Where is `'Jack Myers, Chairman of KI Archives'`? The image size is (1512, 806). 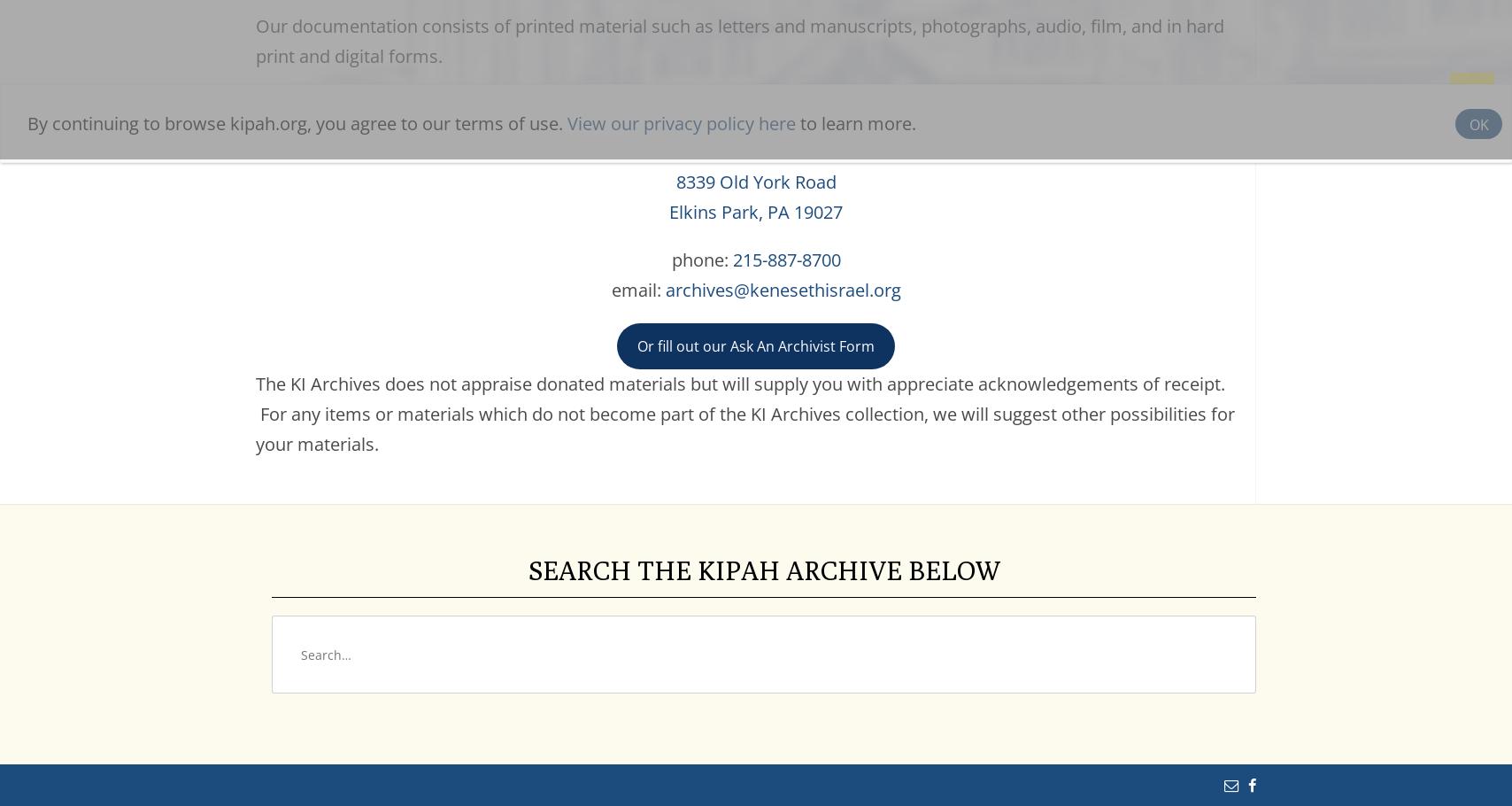 'Jack Myers, Chairman of KI Archives' is located at coordinates (755, 151).